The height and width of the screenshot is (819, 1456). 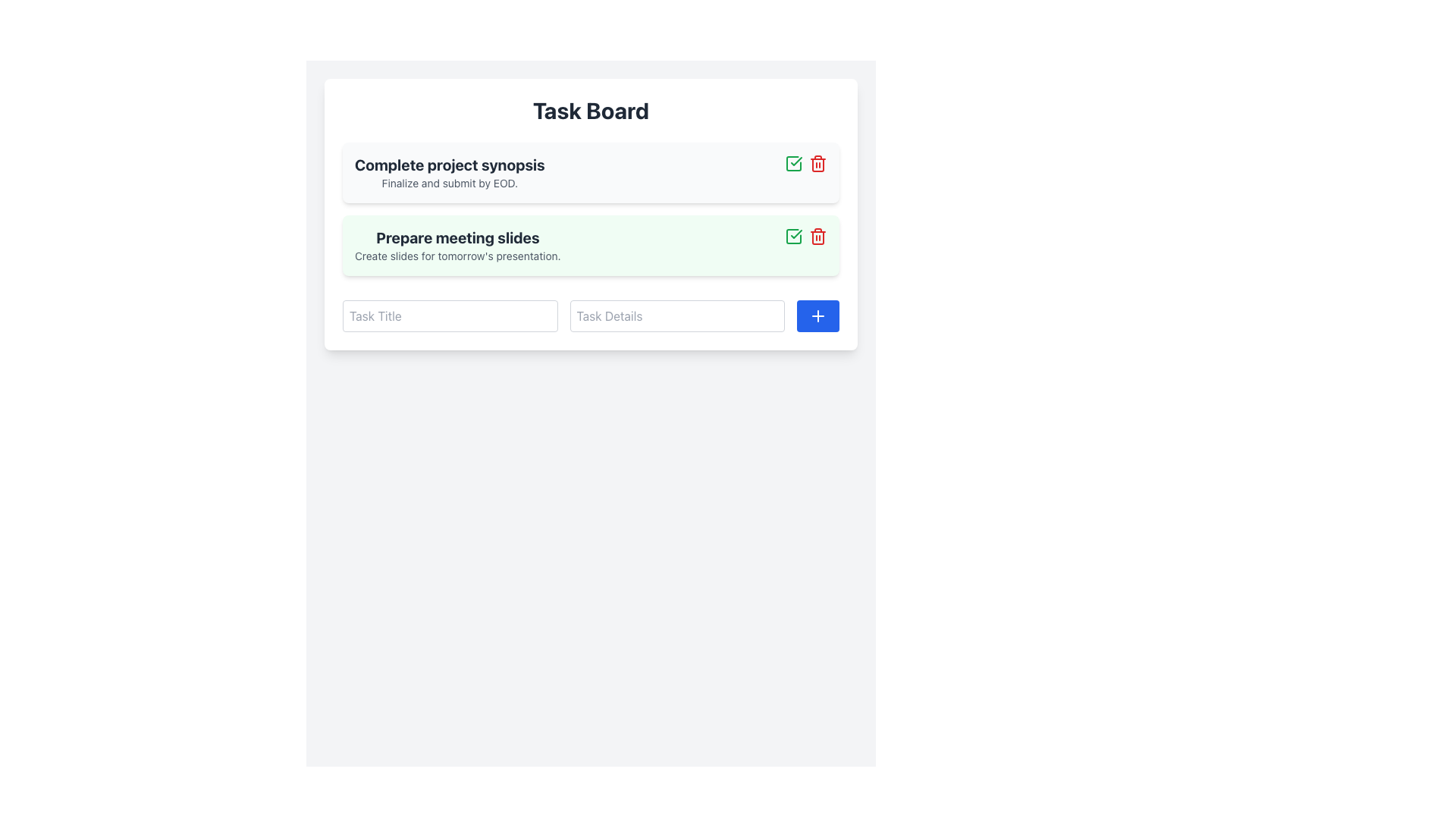 I want to click on subtitle of the text label that states 'Create slides for tomorrow's presentation.' located within the green-shaded task card titled 'Prepare meeting slides.', so click(x=457, y=245).